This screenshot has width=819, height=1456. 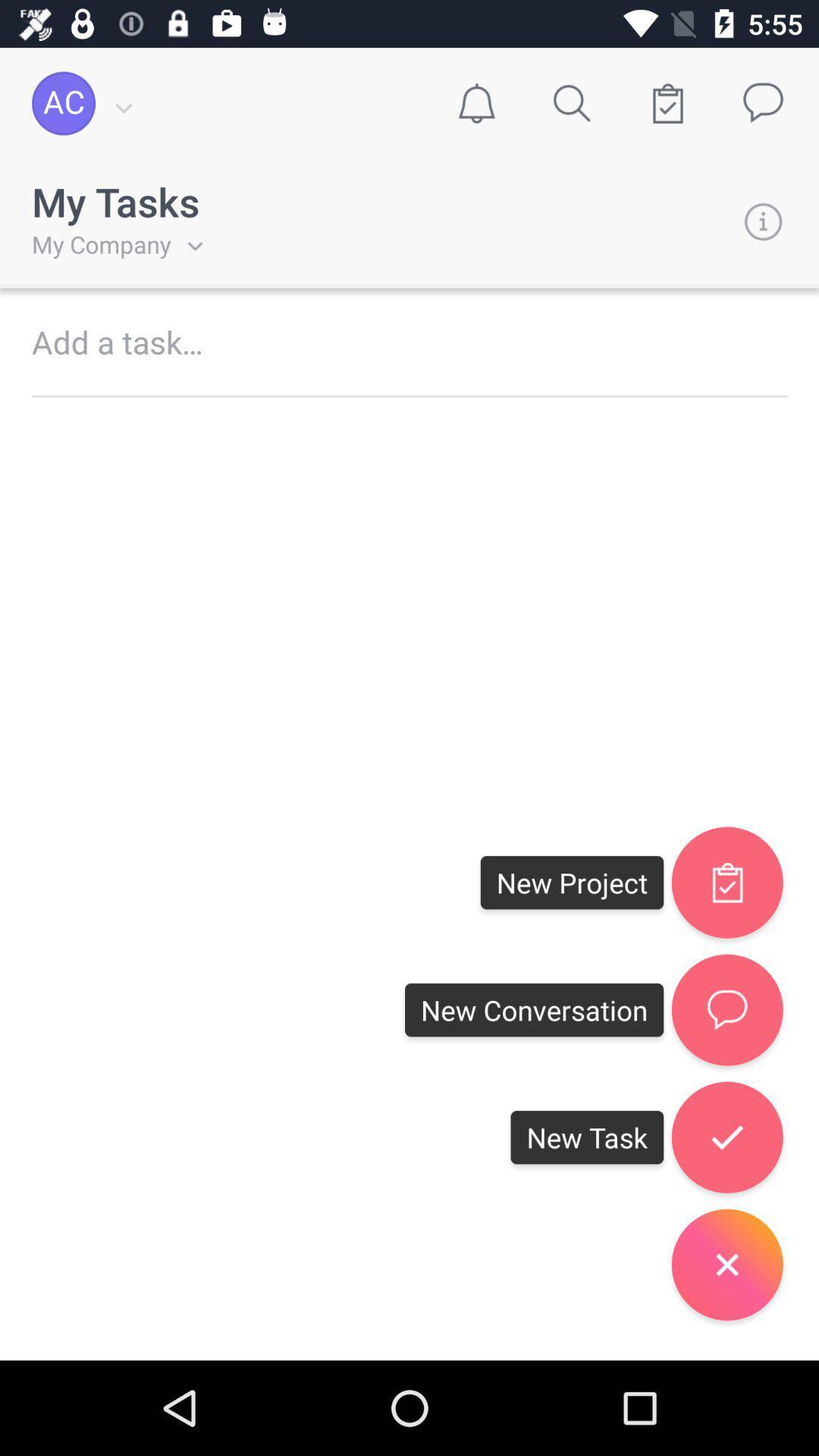 I want to click on the check icon, so click(x=726, y=1137).